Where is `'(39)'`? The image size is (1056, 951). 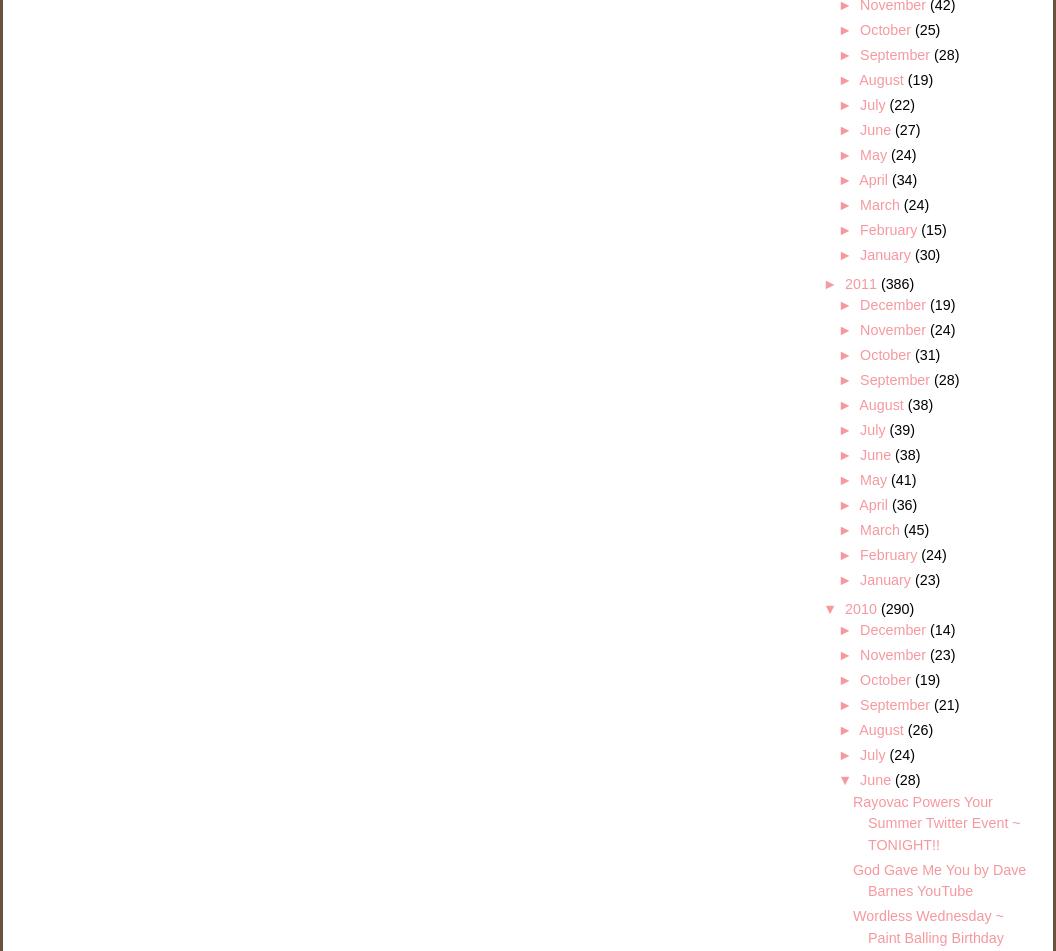
'(39)' is located at coordinates (900, 430).